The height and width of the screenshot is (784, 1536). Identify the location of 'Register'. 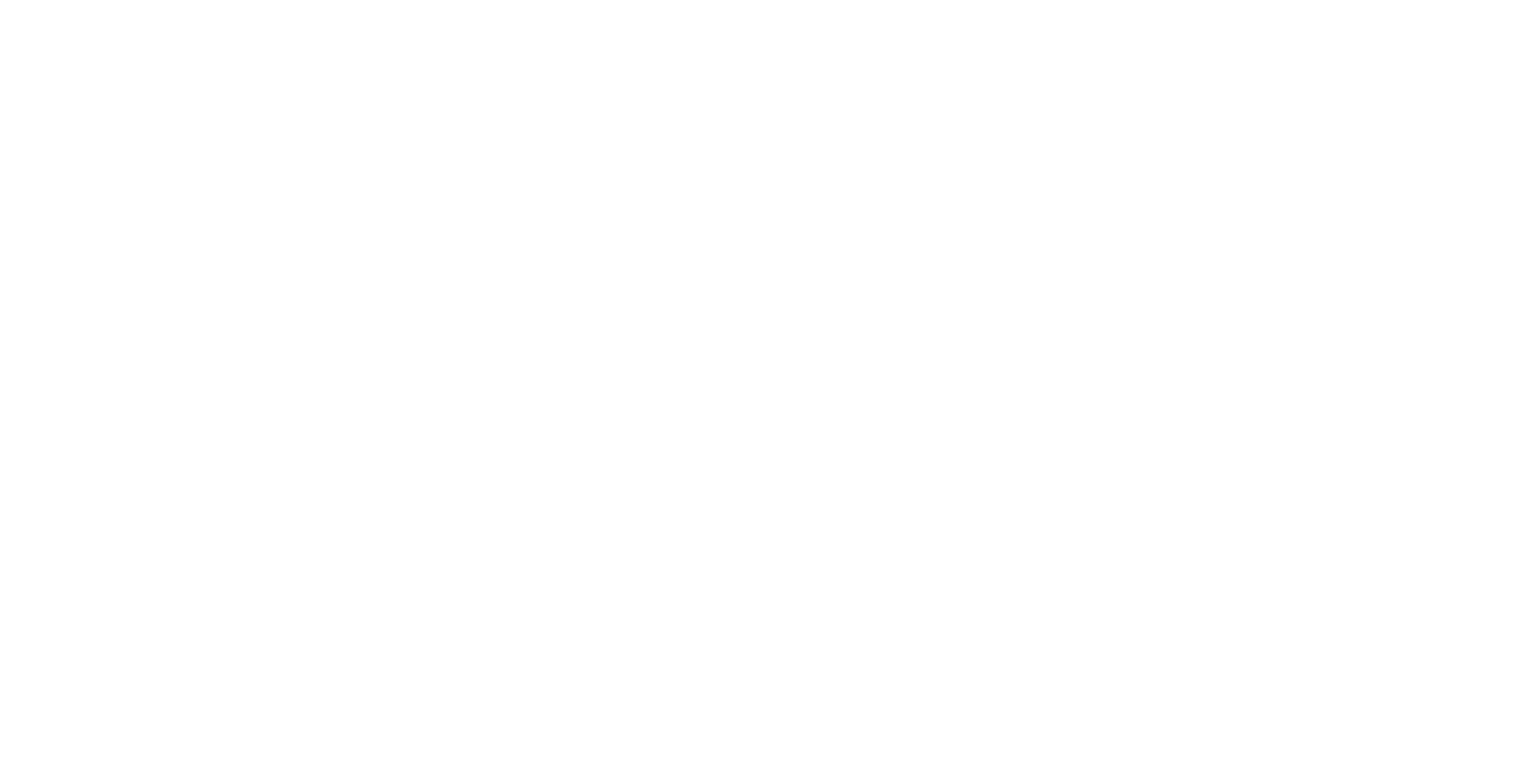
(0, 212).